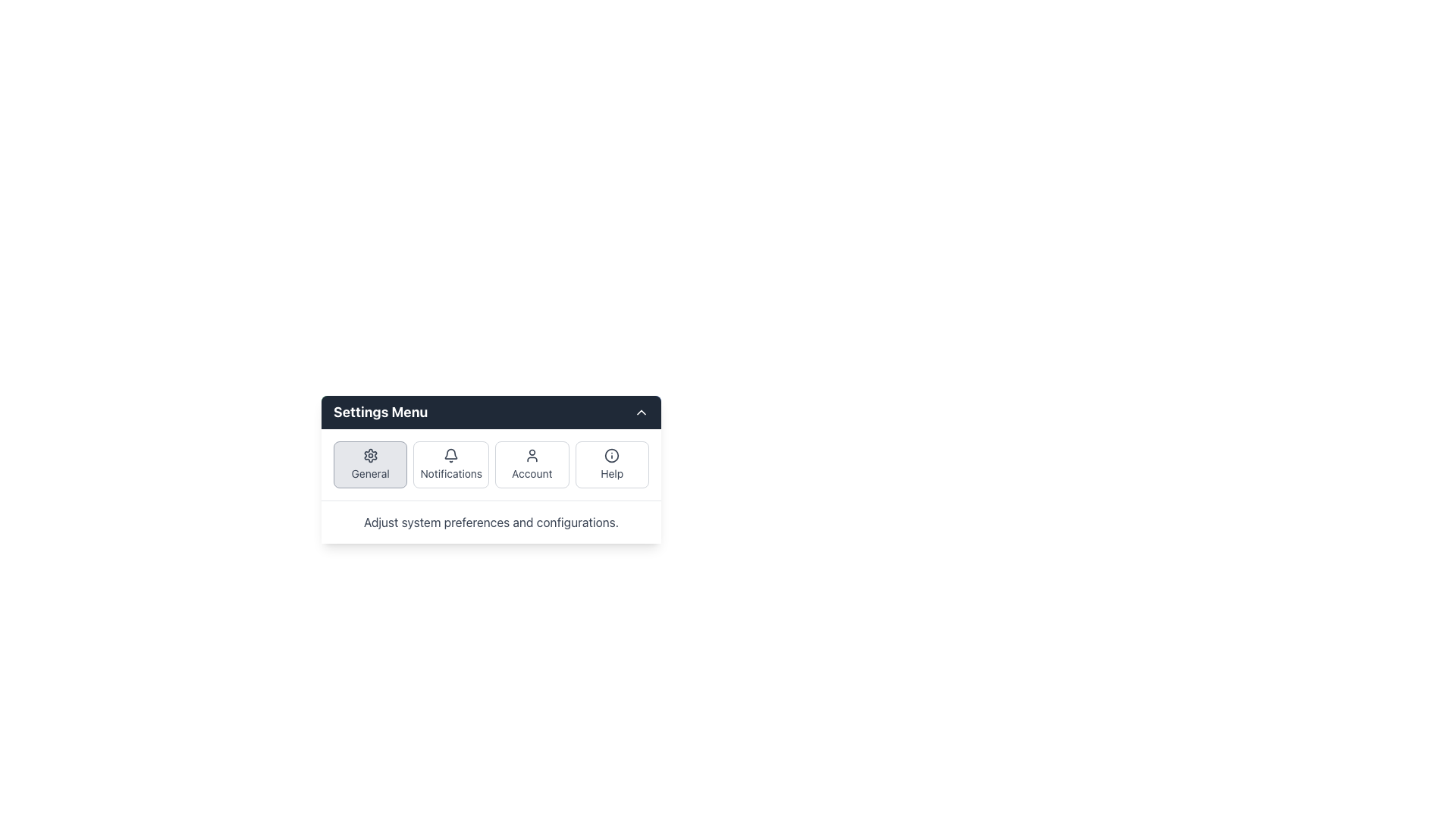  I want to click on the General settings button located below the 'Settings Menu' header, which is the first option in a row of four buttons, so click(370, 464).